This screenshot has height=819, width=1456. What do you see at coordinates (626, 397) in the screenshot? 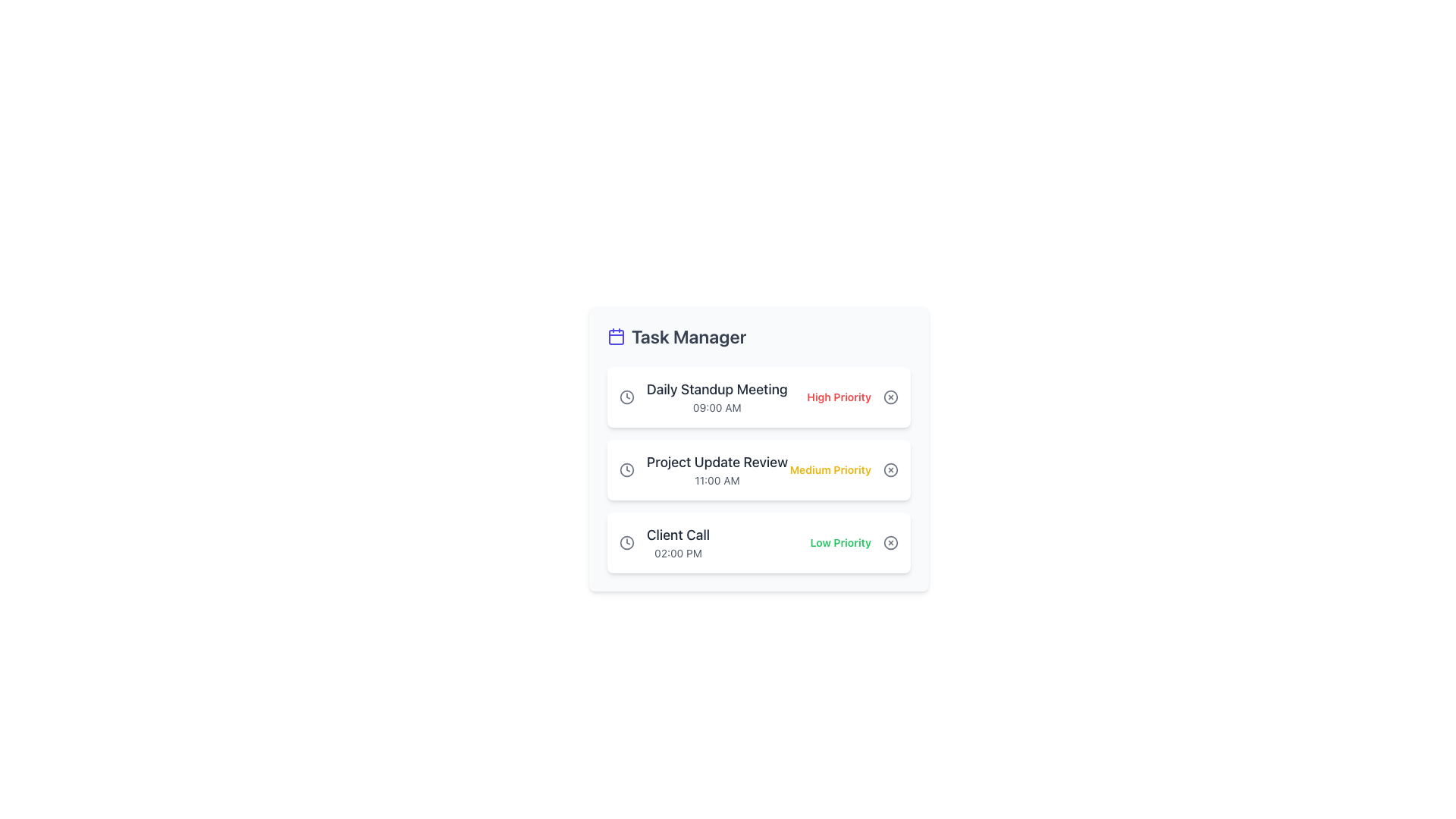
I see `the outer circular part of the clock icon for the 'Daily Standup Meeting' task, which is represented as a Decorative SVG component` at bounding box center [626, 397].